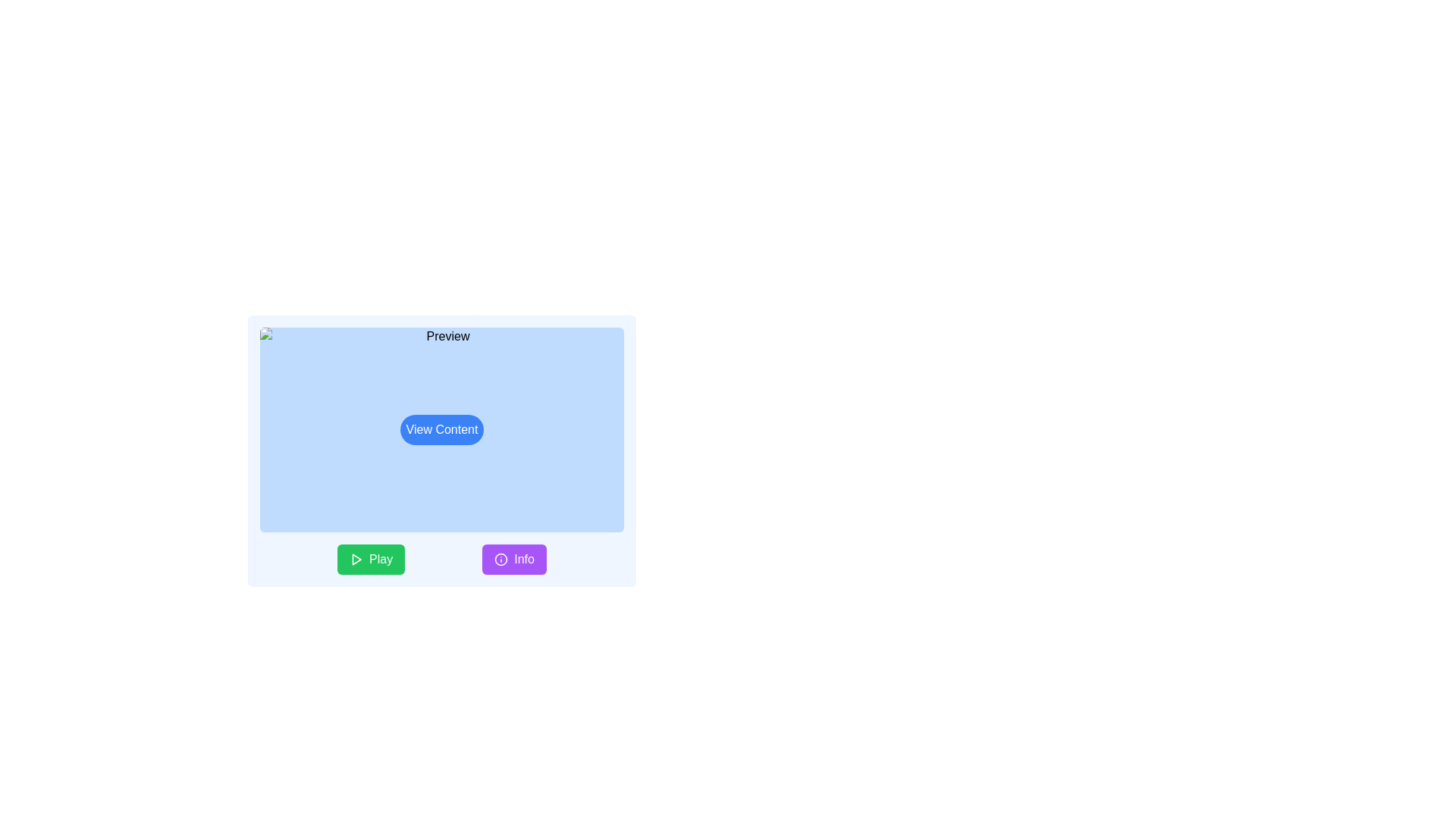 This screenshot has width=1456, height=819. What do you see at coordinates (356, 559) in the screenshot?
I see `the small triangular play icon with a white outline and green fill, embedded within the larger green button labeled 'Play', located beneath the rectangular content area labeled 'Preview'` at bounding box center [356, 559].